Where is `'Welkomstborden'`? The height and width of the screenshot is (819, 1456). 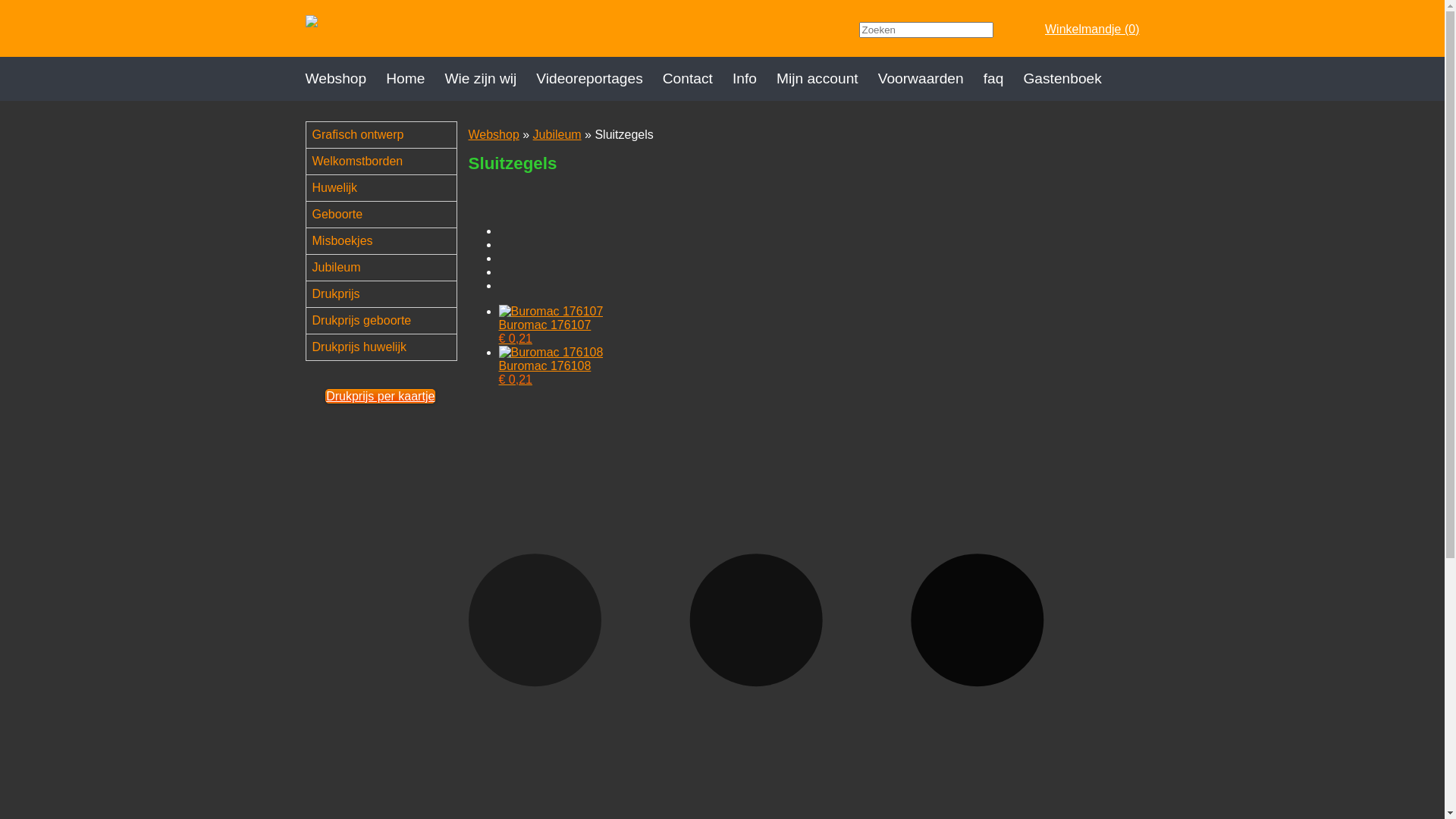
'Welkomstborden' is located at coordinates (387, 161).